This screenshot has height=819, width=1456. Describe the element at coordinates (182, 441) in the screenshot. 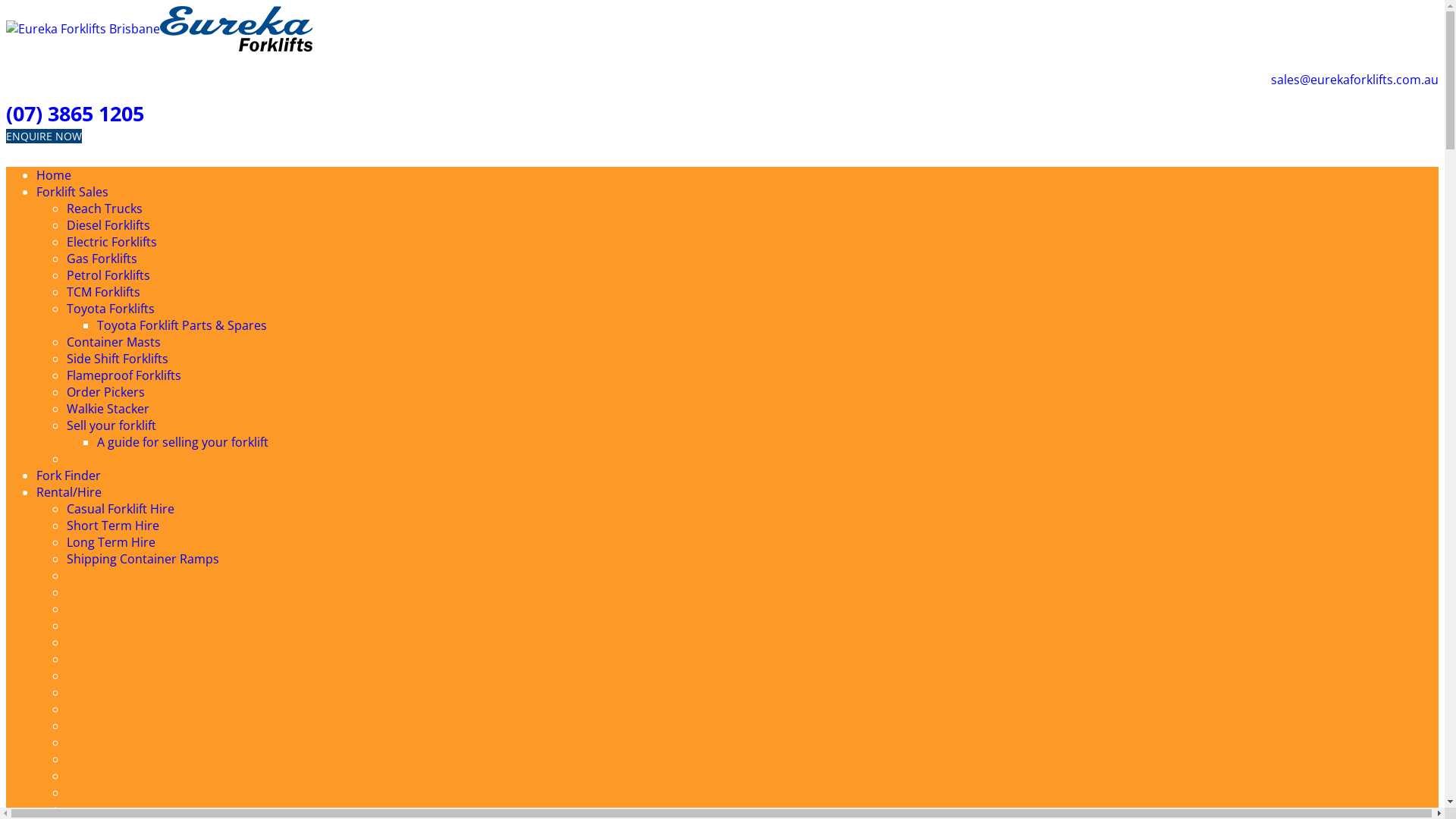

I see `'A guide for selling your forklift'` at that location.